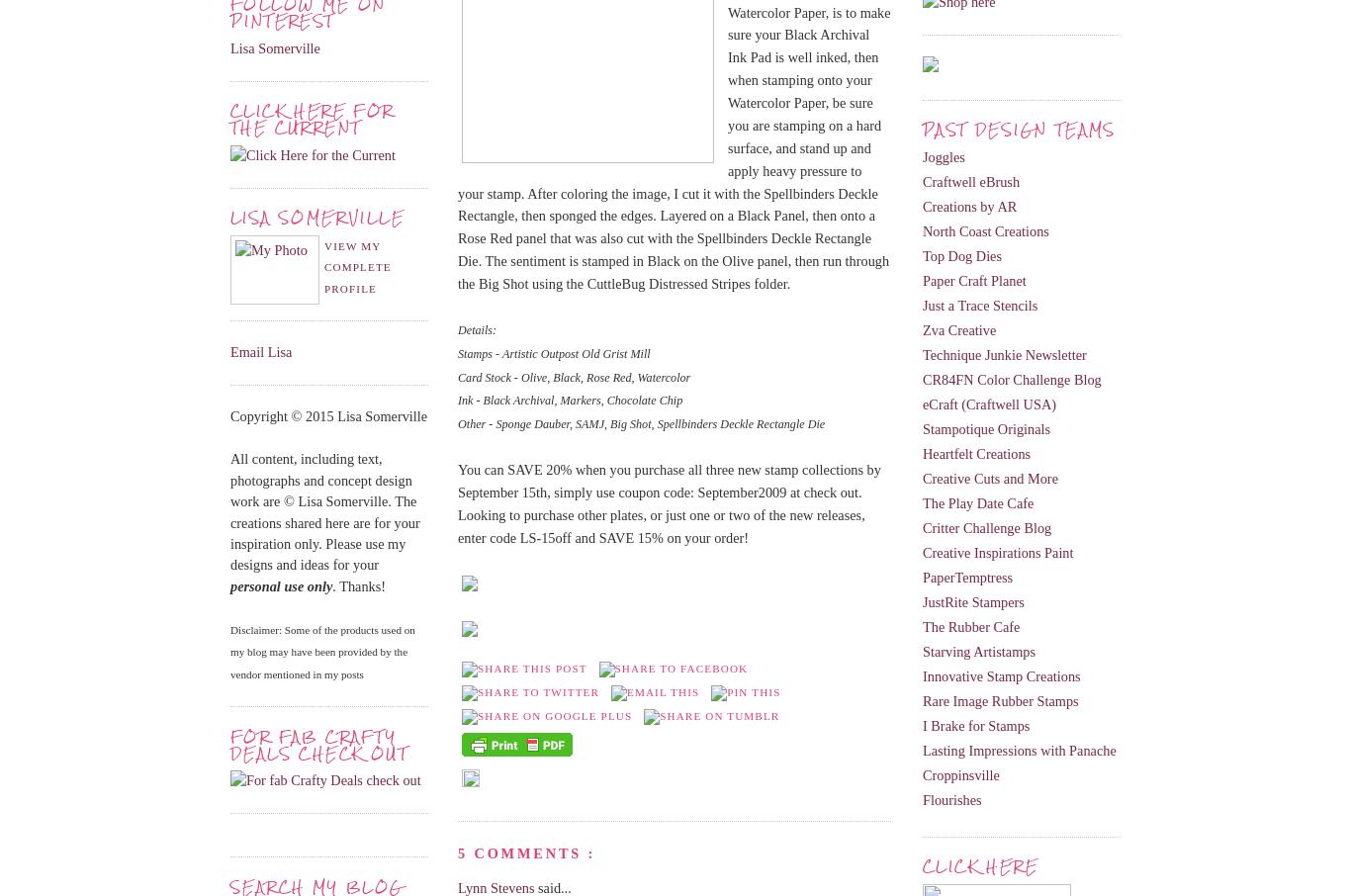 This screenshot has width=1351, height=896. I want to click on 'Stamps - Artistic Outpost Old Grist Mill', so click(457, 352).